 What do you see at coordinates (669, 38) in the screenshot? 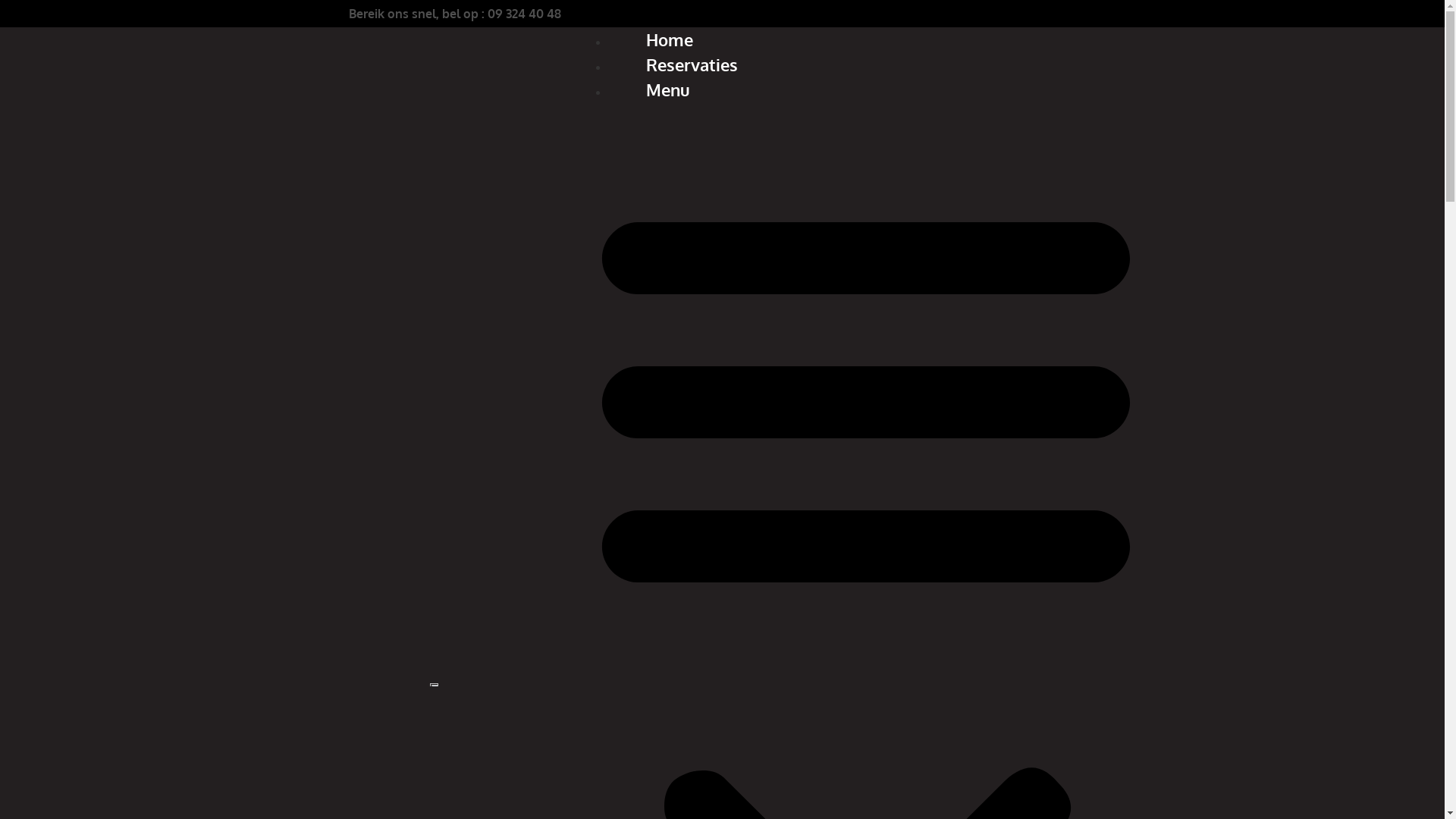
I see `'Home'` at bounding box center [669, 38].